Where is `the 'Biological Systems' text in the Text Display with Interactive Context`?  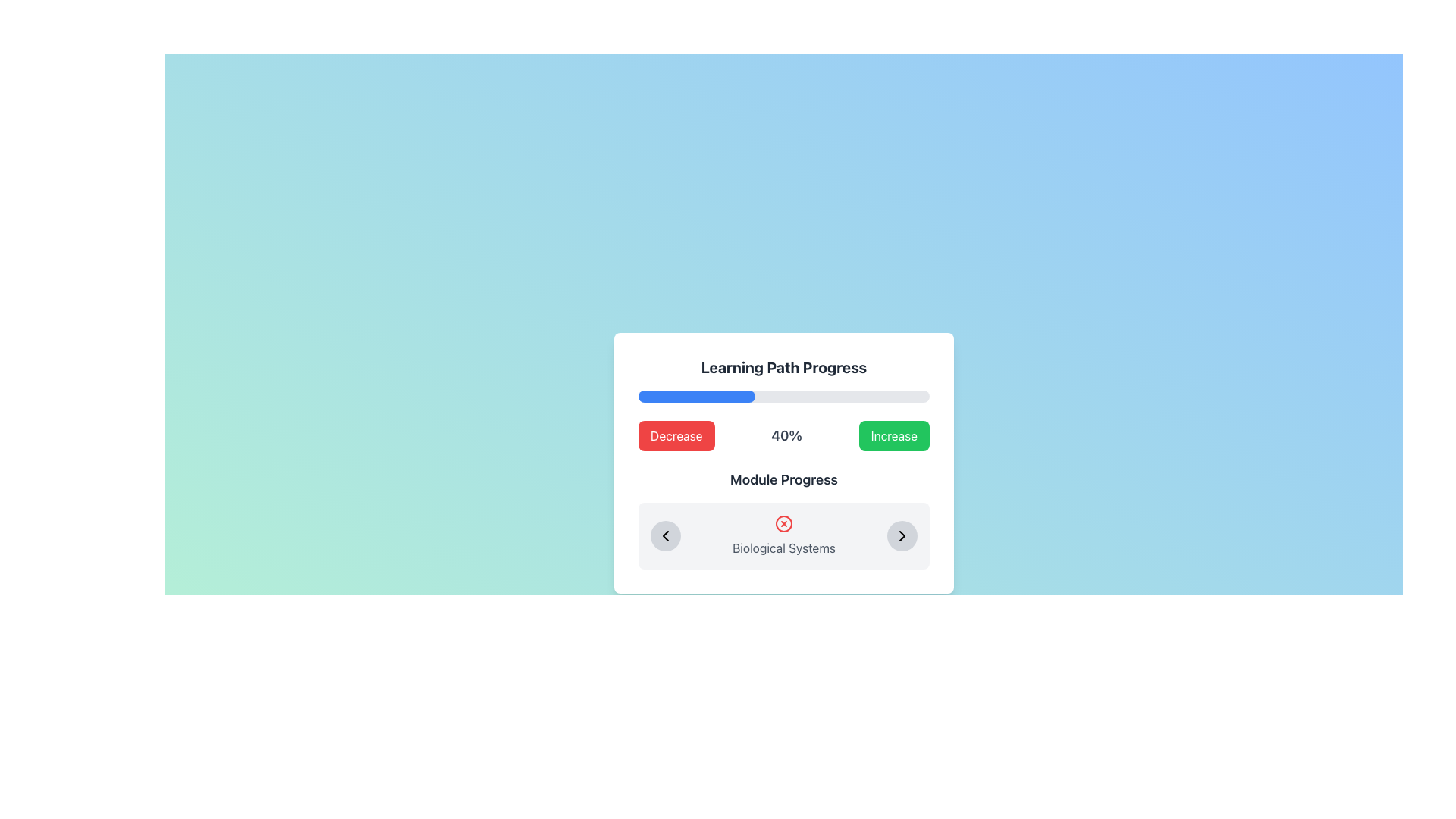
the 'Biological Systems' text in the Text Display with Interactive Context is located at coordinates (783, 535).